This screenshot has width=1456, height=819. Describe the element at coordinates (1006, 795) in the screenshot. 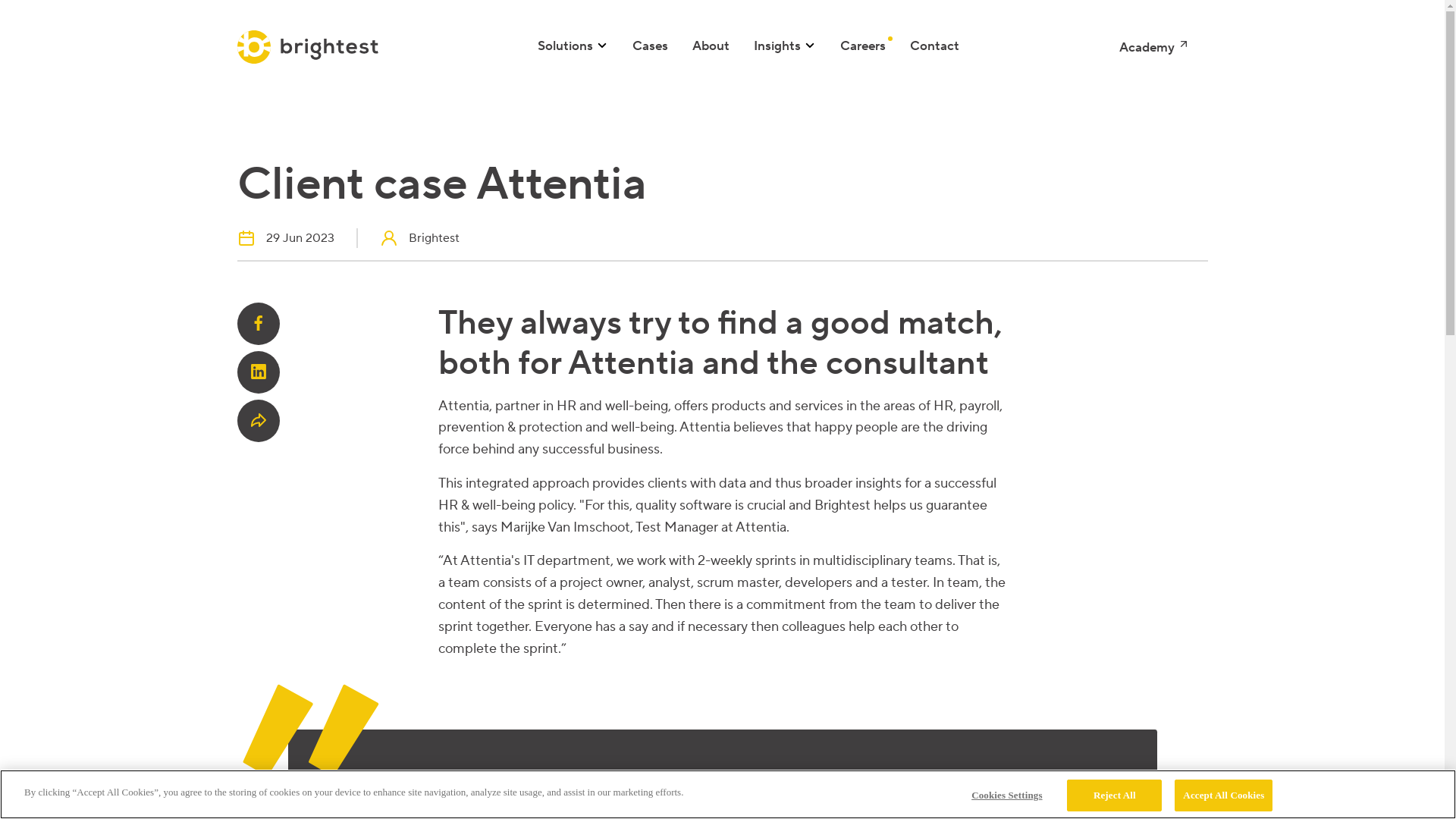

I see `'Cookies Settings'` at that location.